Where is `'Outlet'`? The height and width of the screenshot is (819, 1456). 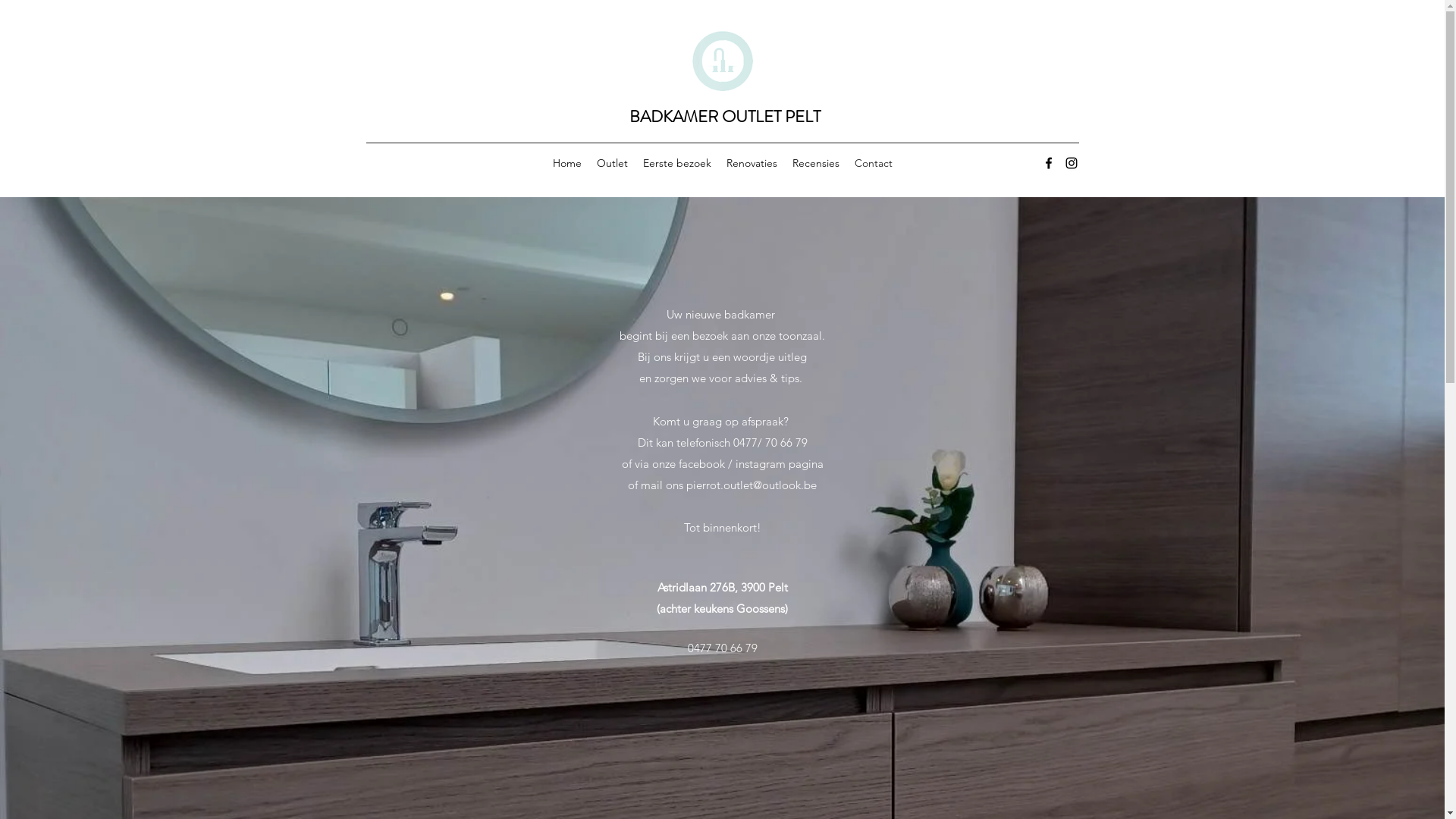 'Outlet' is located at coordinates (588, 163).